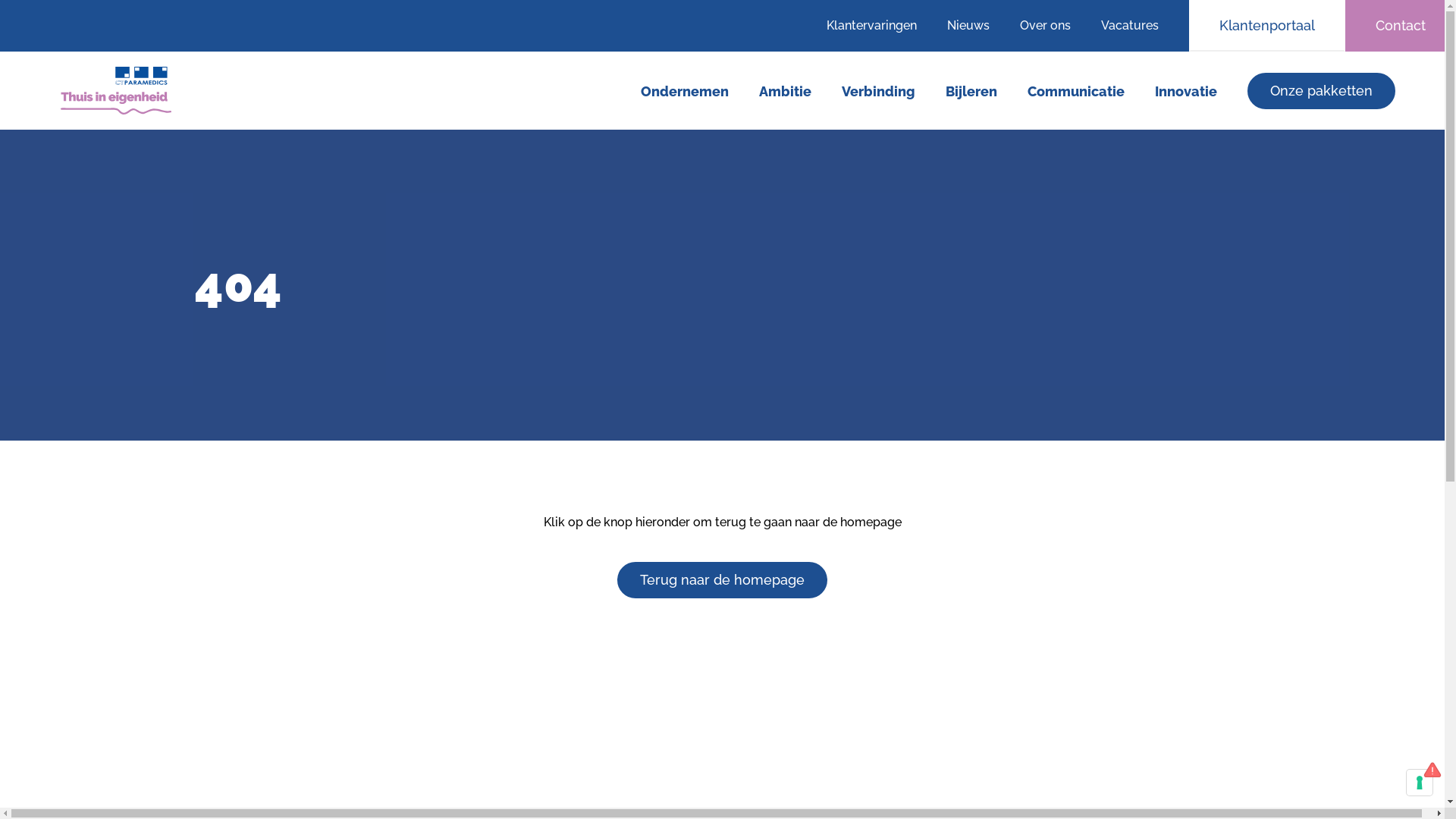  I want to click on 'Innovatie', so click(1185, 91).